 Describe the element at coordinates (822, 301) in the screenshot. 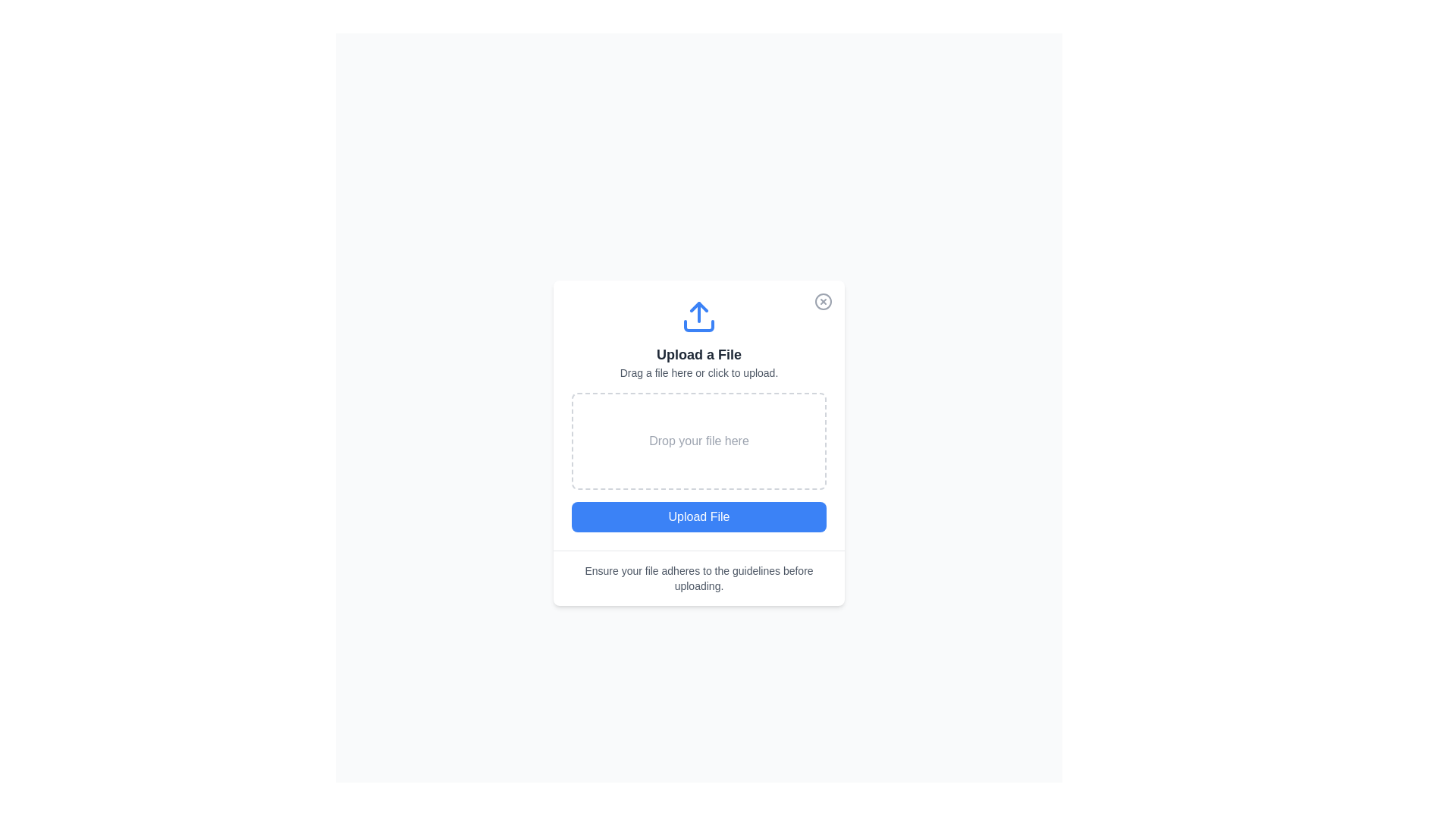

I see `the close button located in the top-right corner of the modal` at that location.